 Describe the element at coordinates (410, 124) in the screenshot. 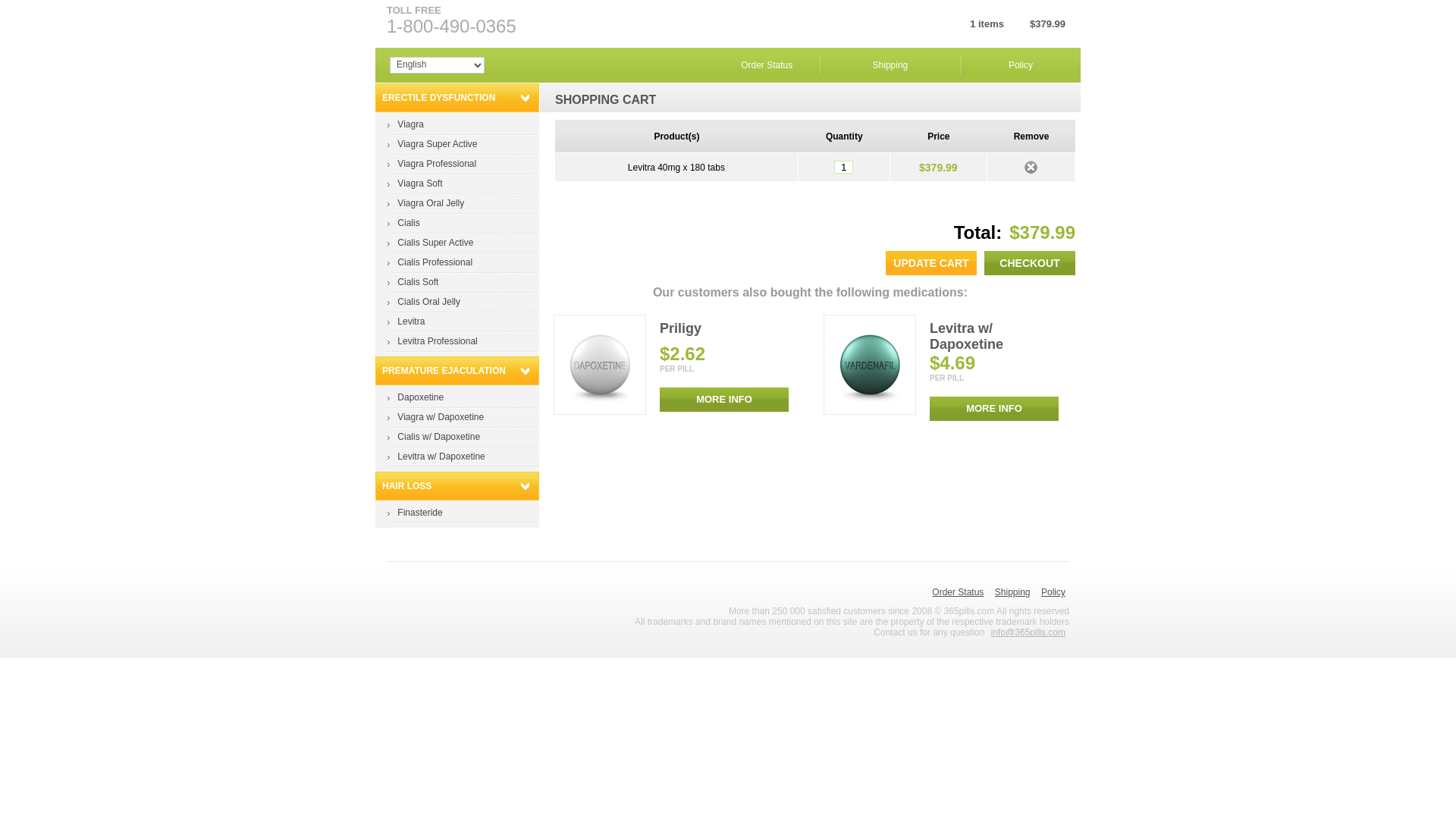

I see `'Viagra'` at that location.